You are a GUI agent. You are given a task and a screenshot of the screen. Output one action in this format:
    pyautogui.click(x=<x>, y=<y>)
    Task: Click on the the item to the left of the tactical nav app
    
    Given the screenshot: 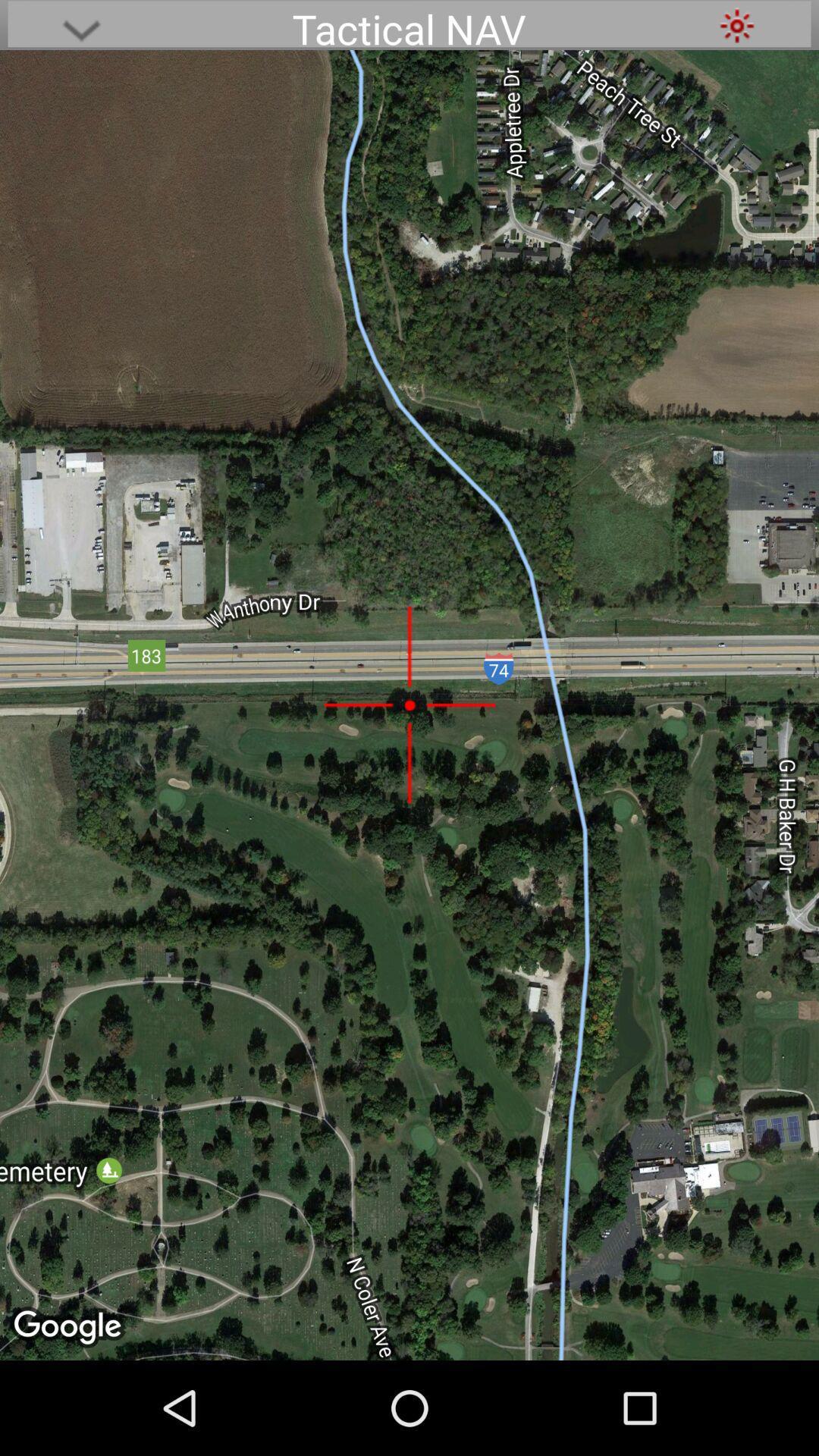 What is the action you would take?
    pyautogui.click(x=81, y=25)
    